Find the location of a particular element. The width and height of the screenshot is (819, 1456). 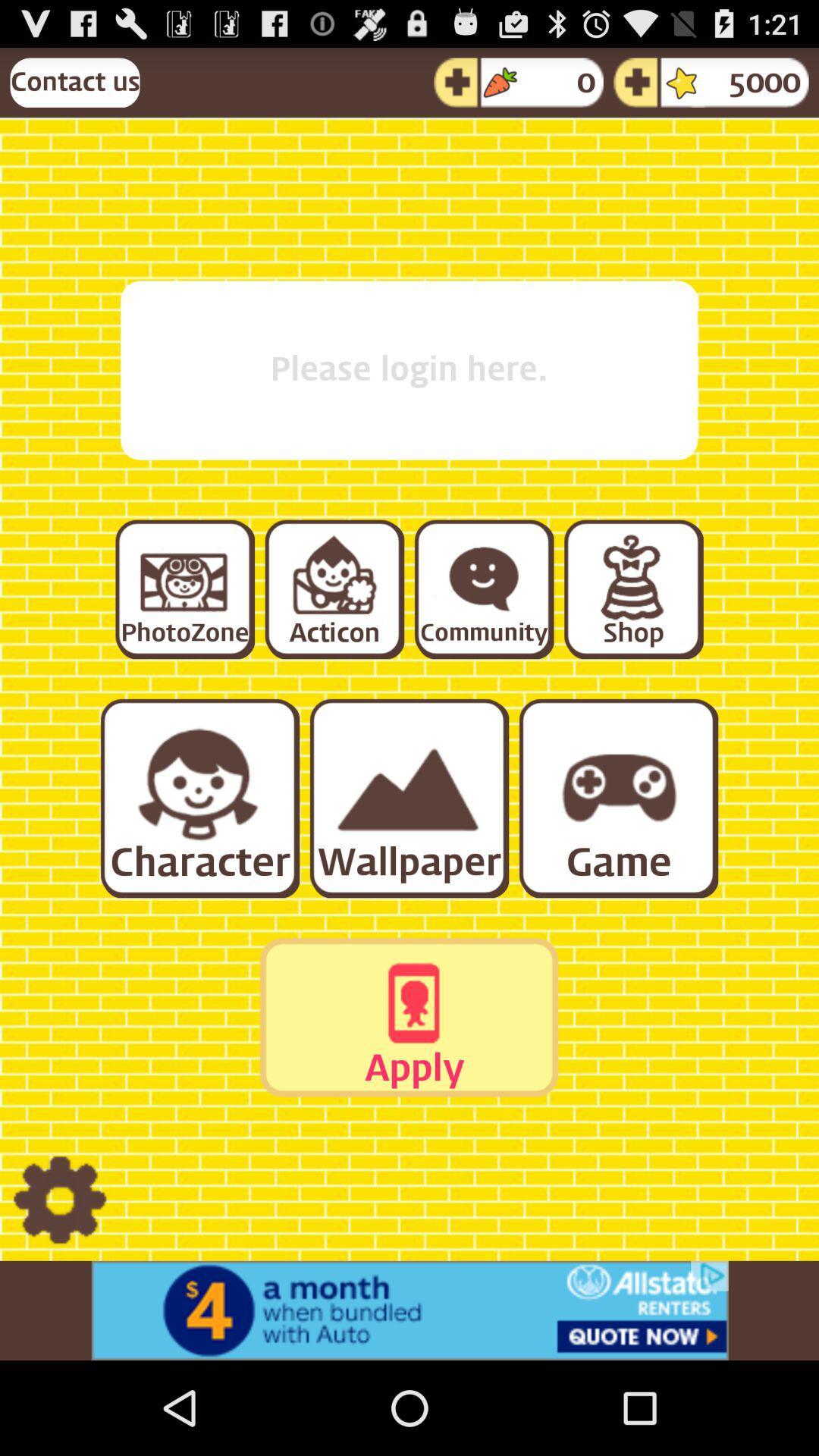

advertisement is located at coordinates (409, 1310).